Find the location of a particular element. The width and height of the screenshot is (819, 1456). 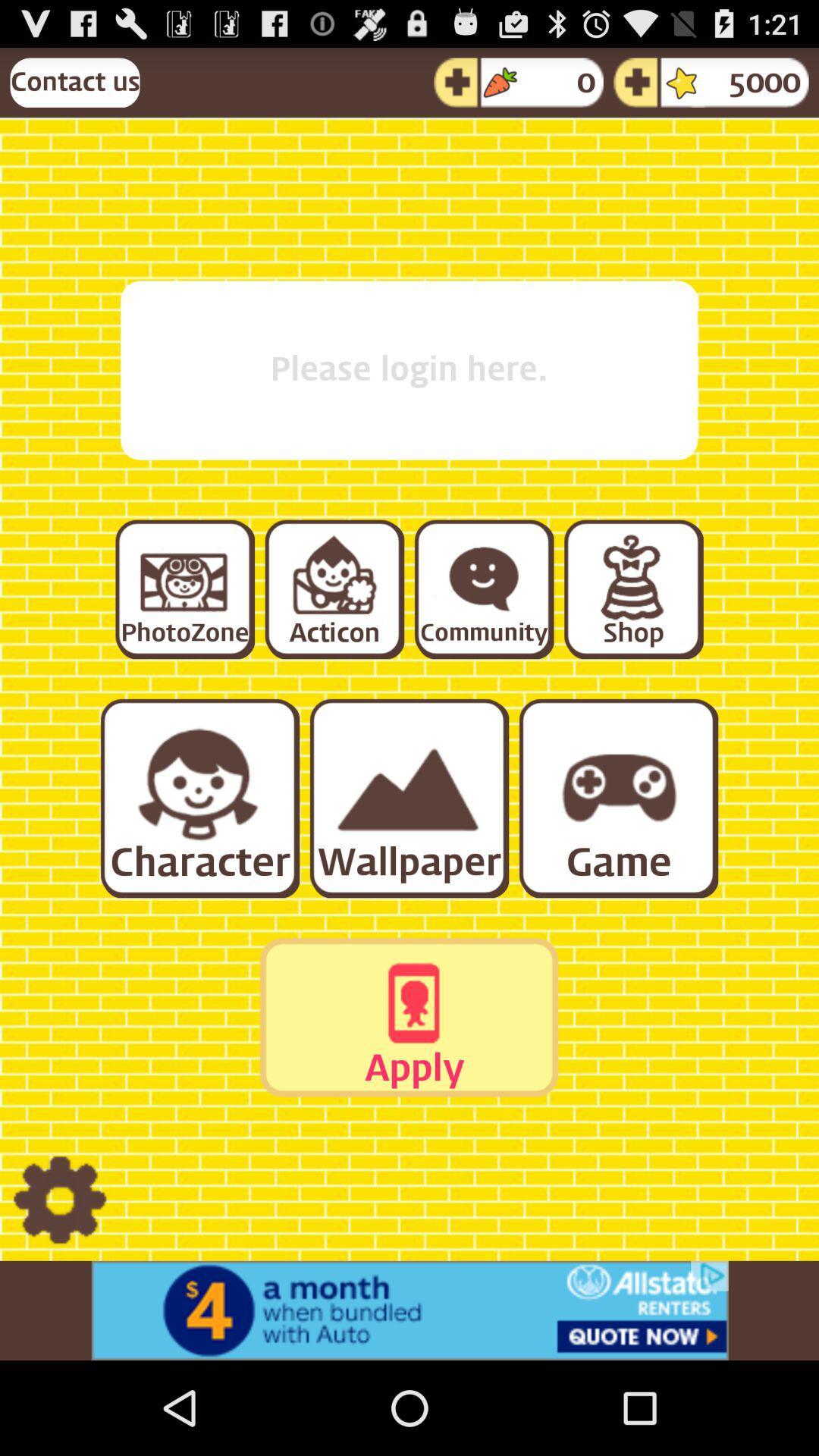

advertisement is located at coordinates (409, 1310).